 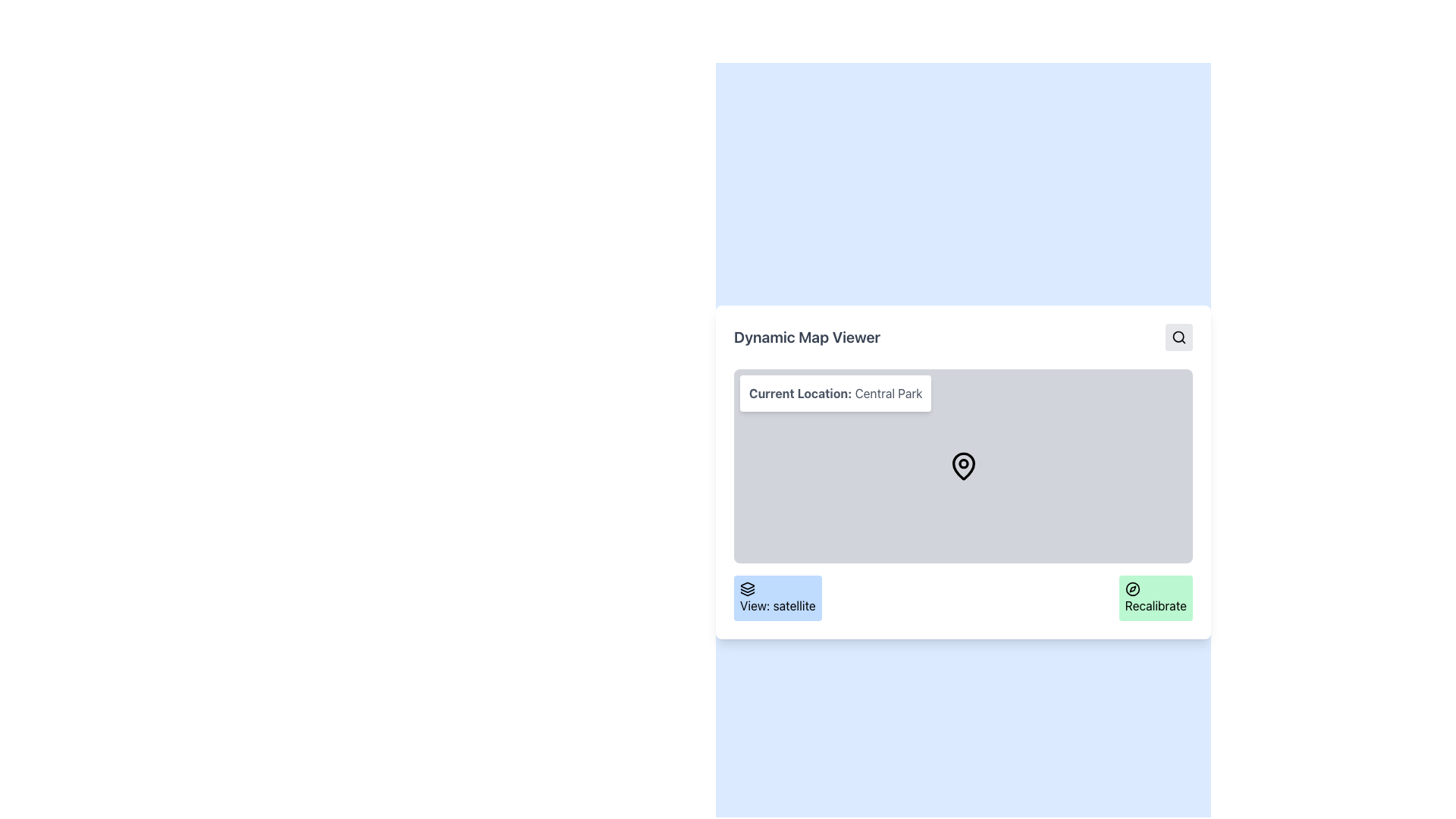 What do you see at coordinates (777, 598) in the screenshot?
I see `the satellite view button located at the bottom-left corner of the panel` at bounding box center [777, 598].